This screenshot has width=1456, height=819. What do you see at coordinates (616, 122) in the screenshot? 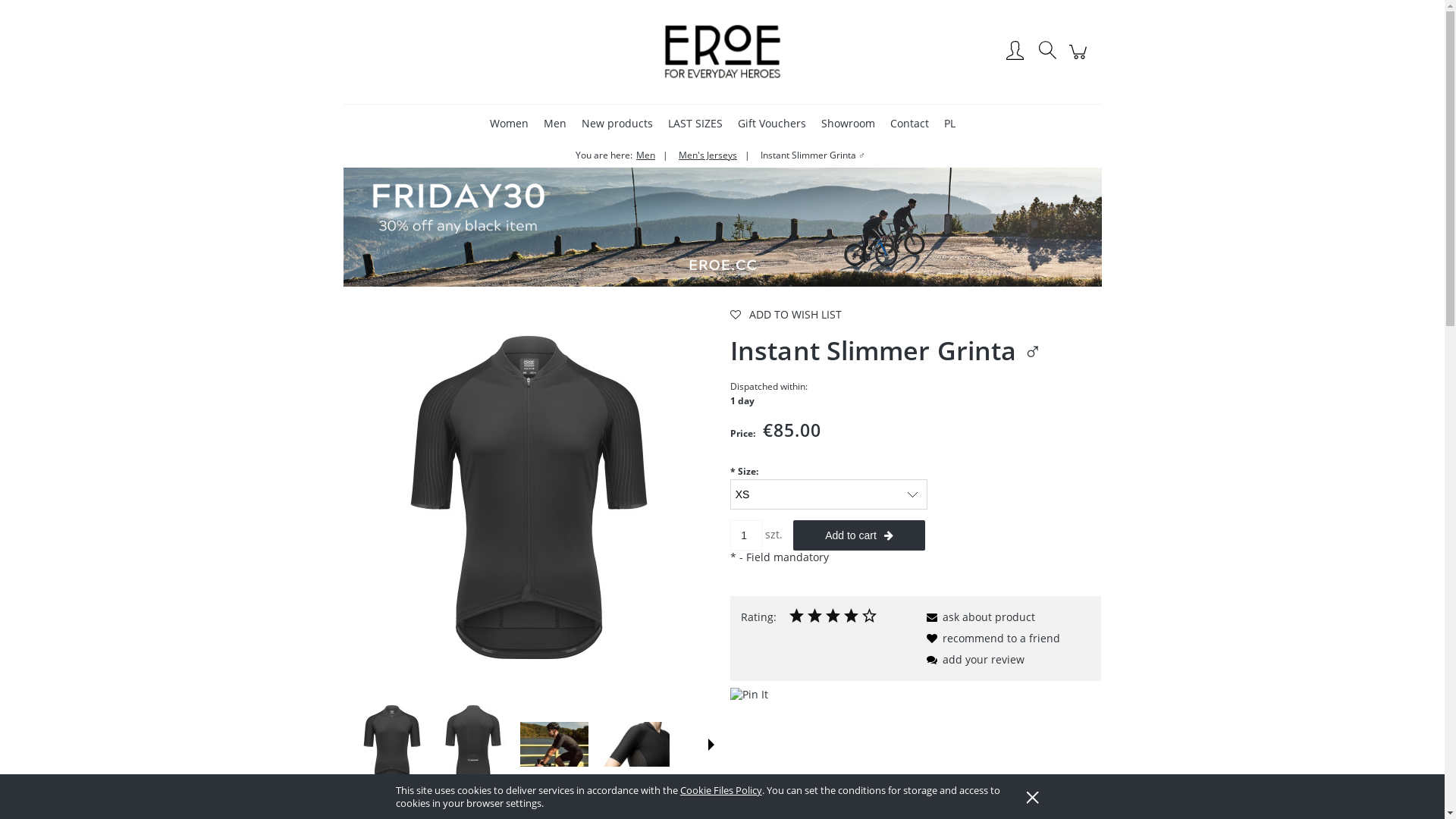
I see `'New products'` at bounding box center [616, 122].